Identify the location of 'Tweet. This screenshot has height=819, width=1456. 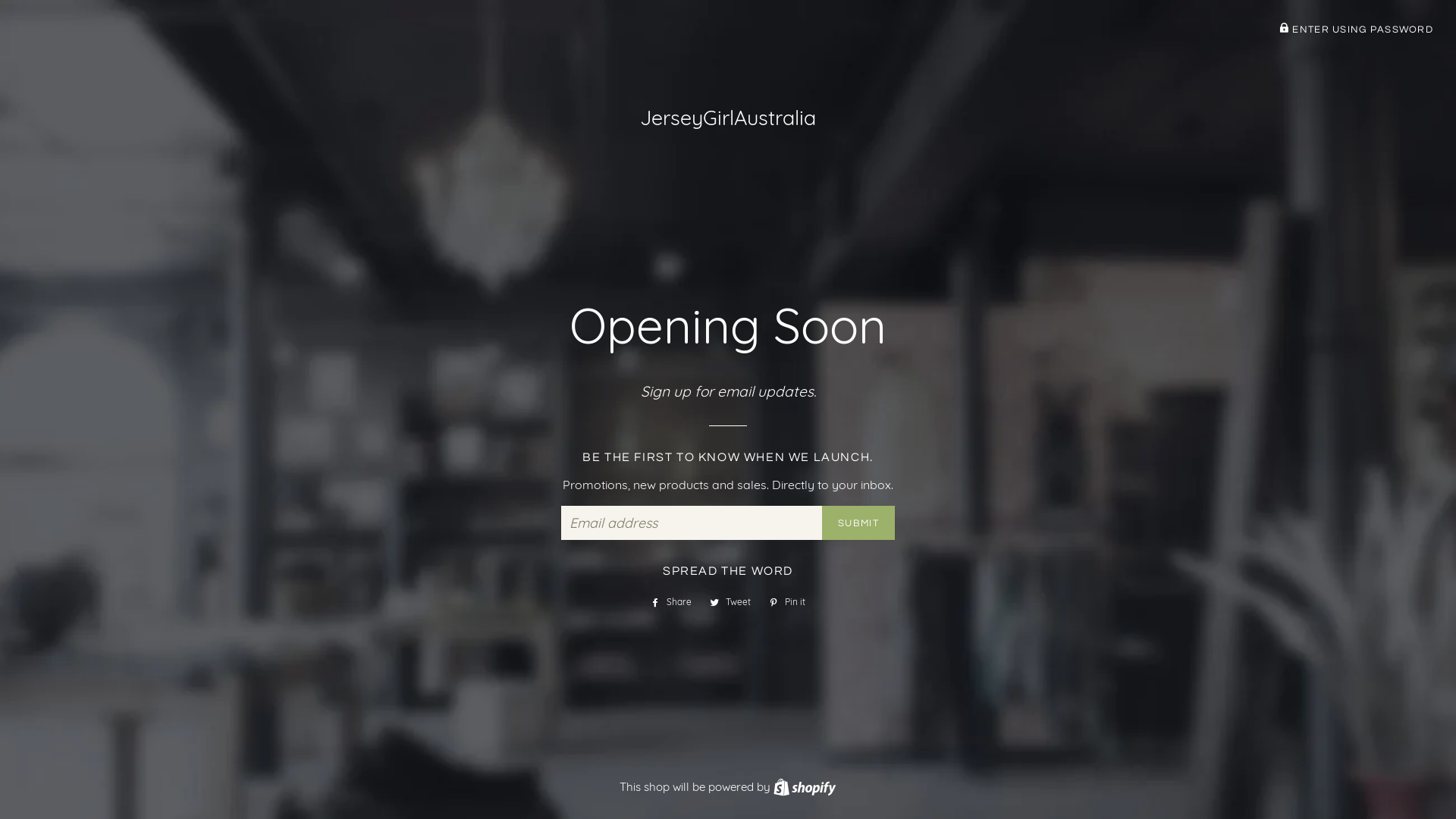
(730, 601).